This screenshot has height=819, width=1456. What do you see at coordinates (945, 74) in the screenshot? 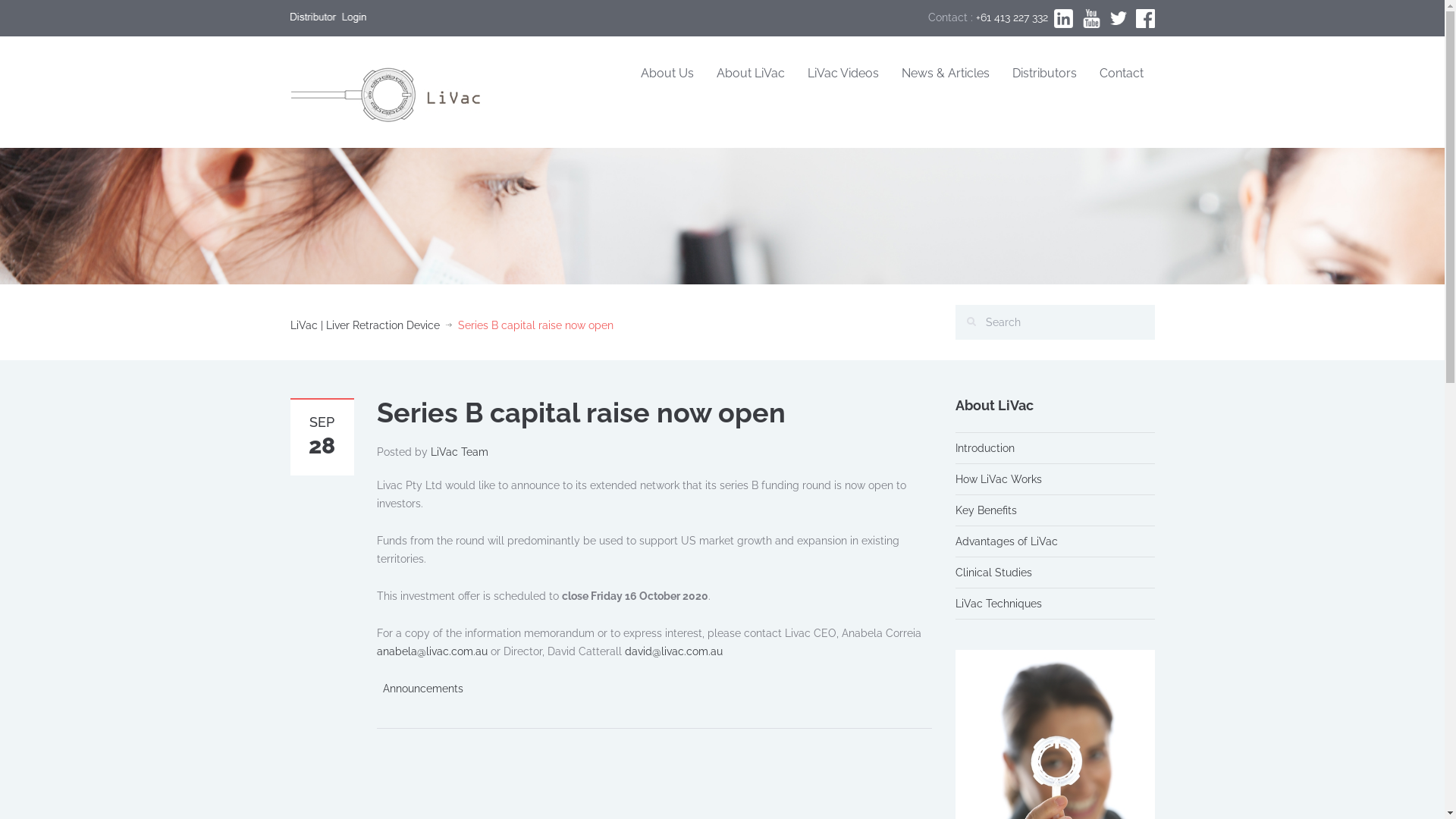
I see `'News & Articles'` at bounding box center [945, 74].